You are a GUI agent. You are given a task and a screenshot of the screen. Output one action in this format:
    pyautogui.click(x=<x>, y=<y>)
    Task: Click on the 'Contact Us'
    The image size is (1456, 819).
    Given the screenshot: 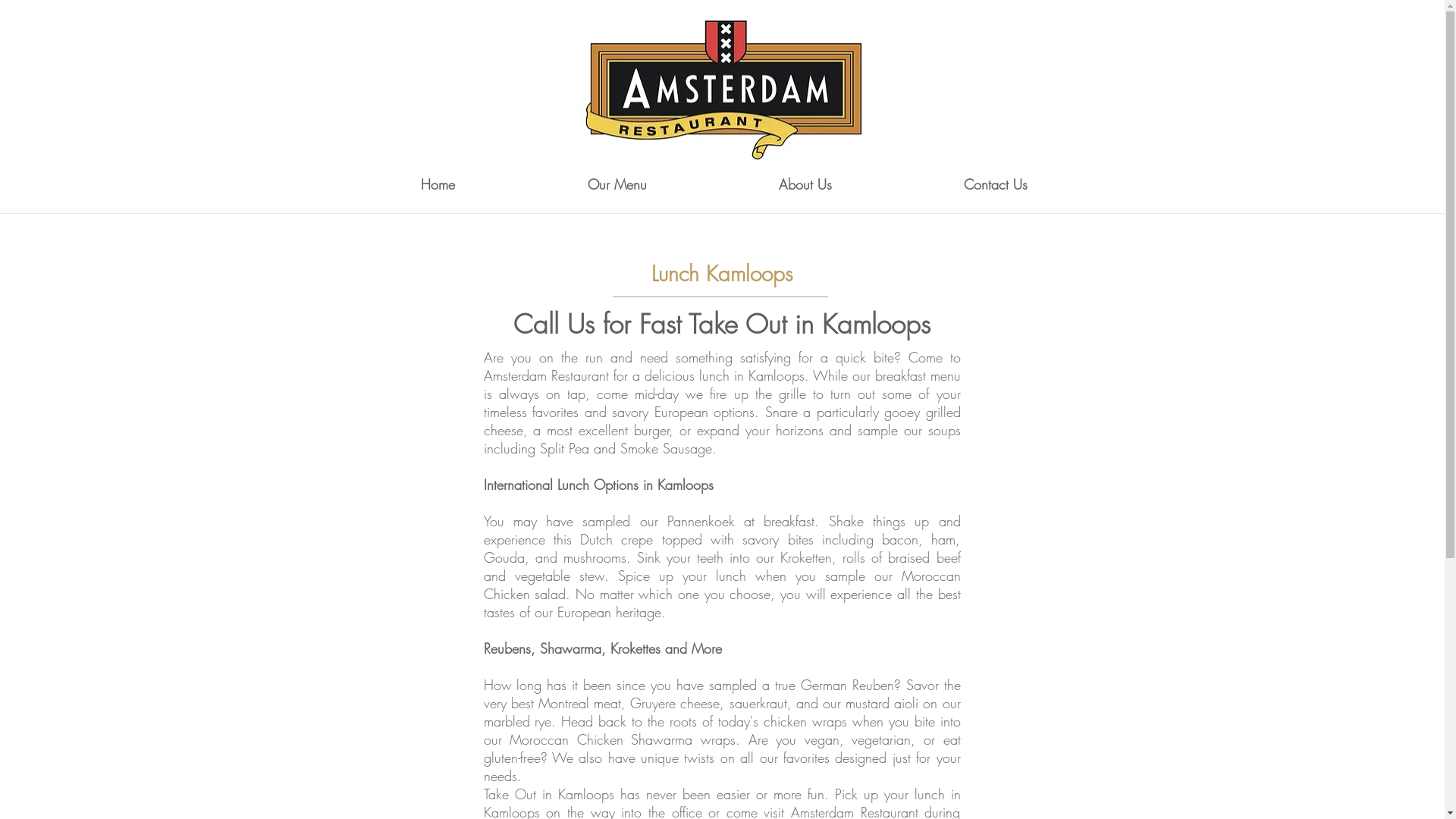 What is the action you would take?
    pyautogui.click(x=996, y=184)
    